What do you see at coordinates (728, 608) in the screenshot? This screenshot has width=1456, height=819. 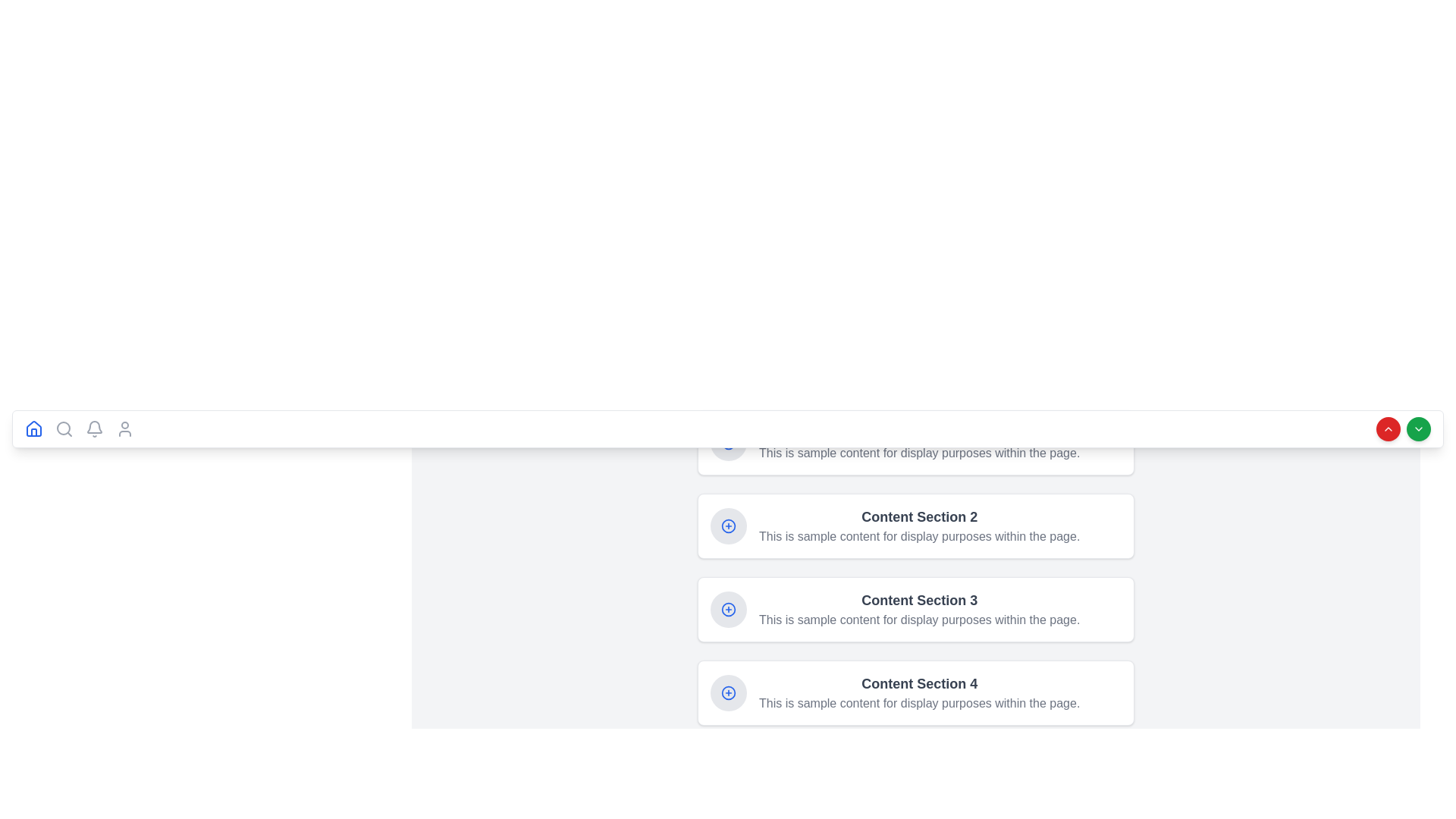 I see `the plus icon button located within a gray circular background, aligned to the left of the 'Content Section 3' text` at bounding box center [728, 608].